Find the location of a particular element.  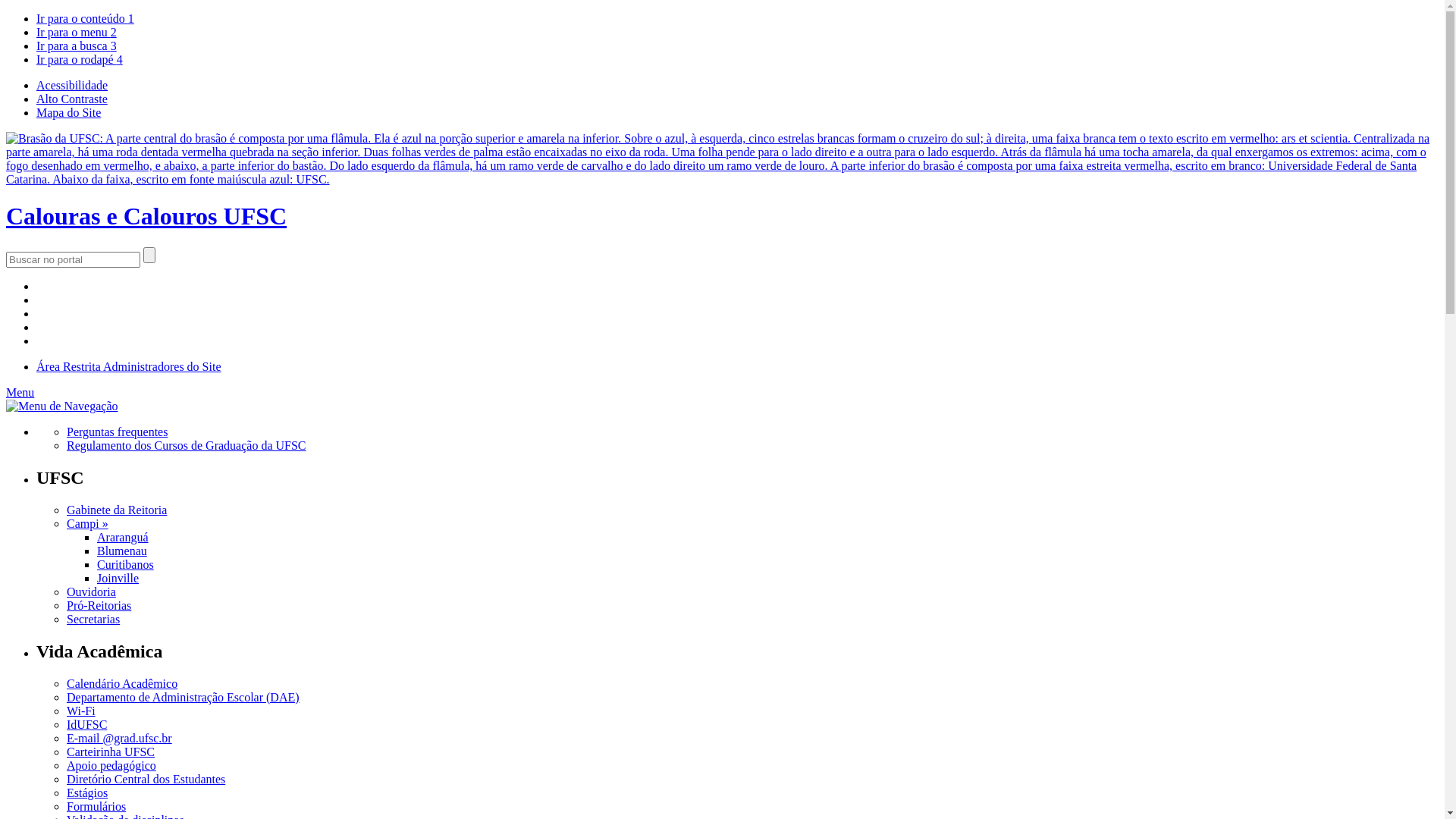

'Blumenau' is located at coordinates (122, 551).